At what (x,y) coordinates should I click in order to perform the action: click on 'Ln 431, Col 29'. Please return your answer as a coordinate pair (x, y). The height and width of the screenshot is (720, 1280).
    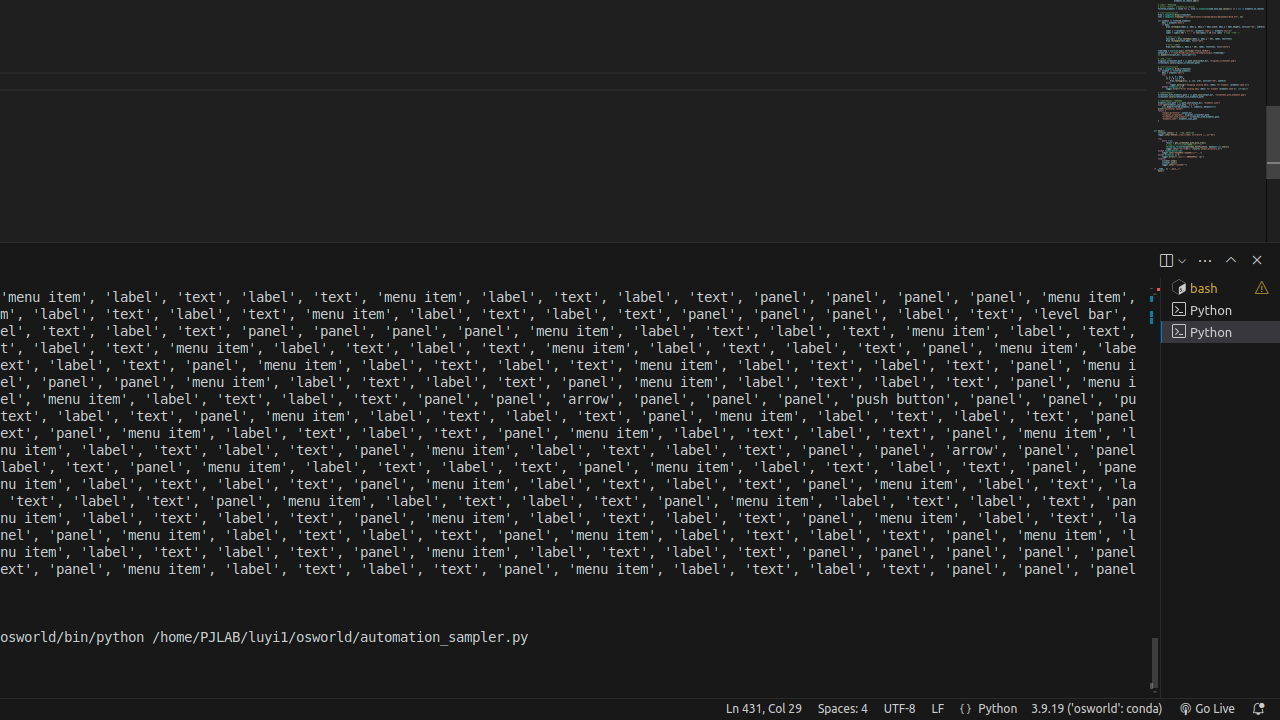
    Looking at the image, I should click on (763, 707).